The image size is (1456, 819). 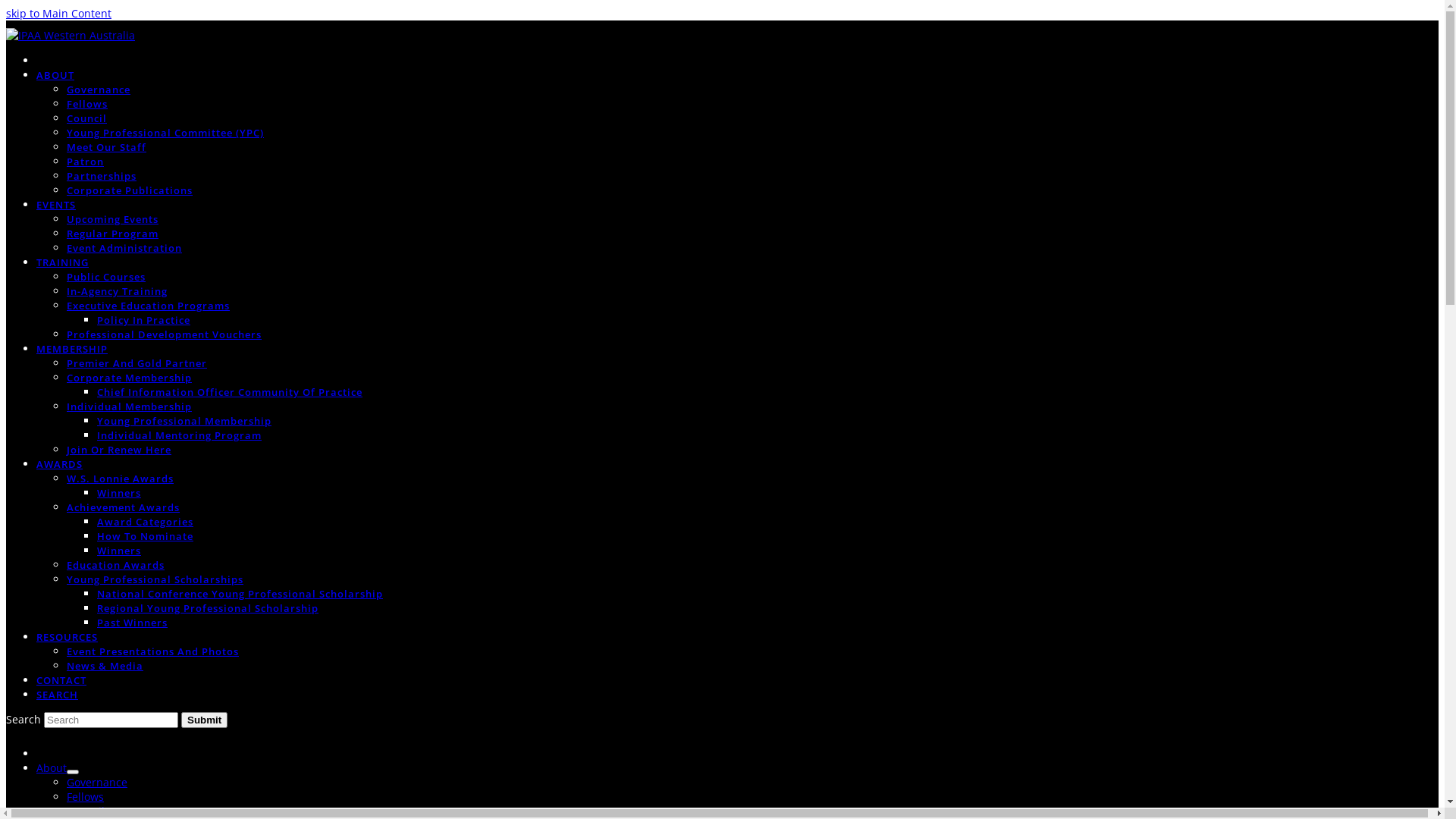 What do you see at coordinates (118, 448) in the screenshot?
I see `'Join Or Renew Here'` at bounding box center [118, 448].